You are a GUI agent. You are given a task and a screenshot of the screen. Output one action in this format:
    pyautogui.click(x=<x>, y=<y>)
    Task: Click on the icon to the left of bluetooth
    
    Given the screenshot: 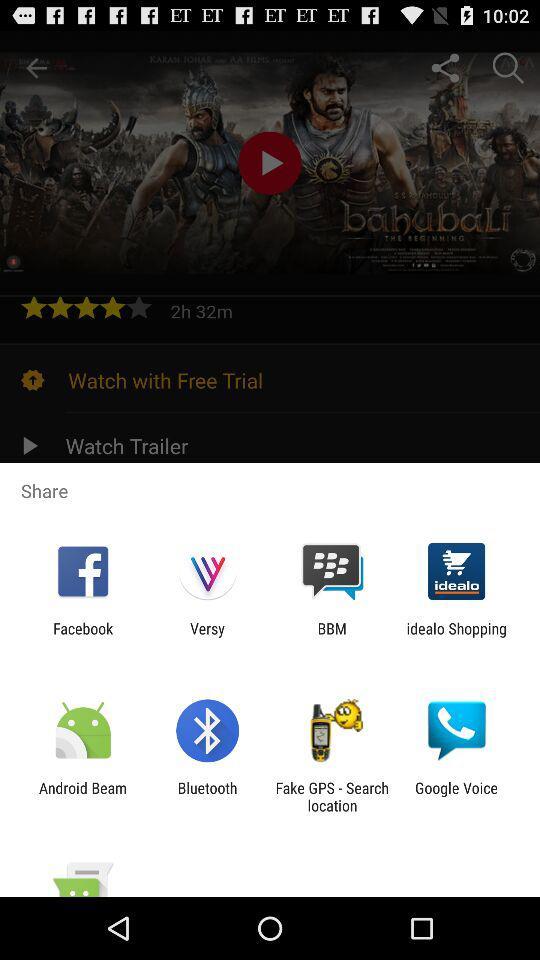 What is the action you would take?
    pyautogui.click(x=82, y=796)
    